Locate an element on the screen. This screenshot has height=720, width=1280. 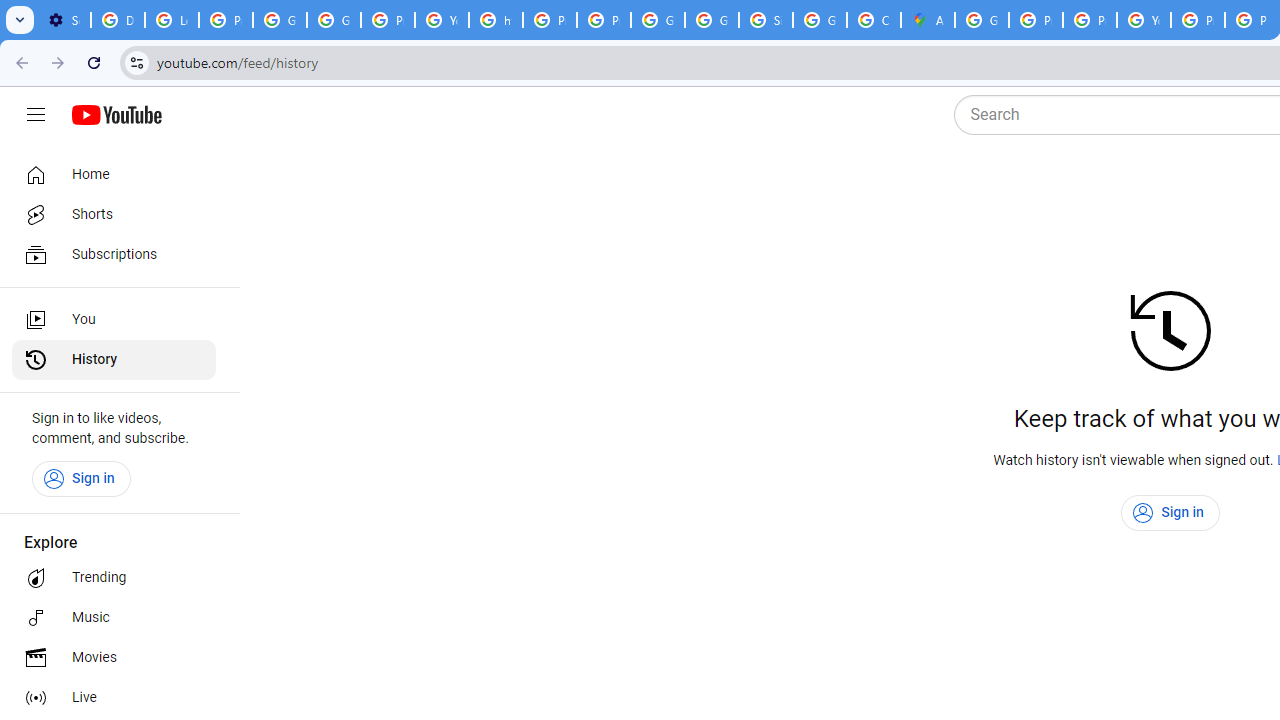
'History' is located at coordinates (112, 360).